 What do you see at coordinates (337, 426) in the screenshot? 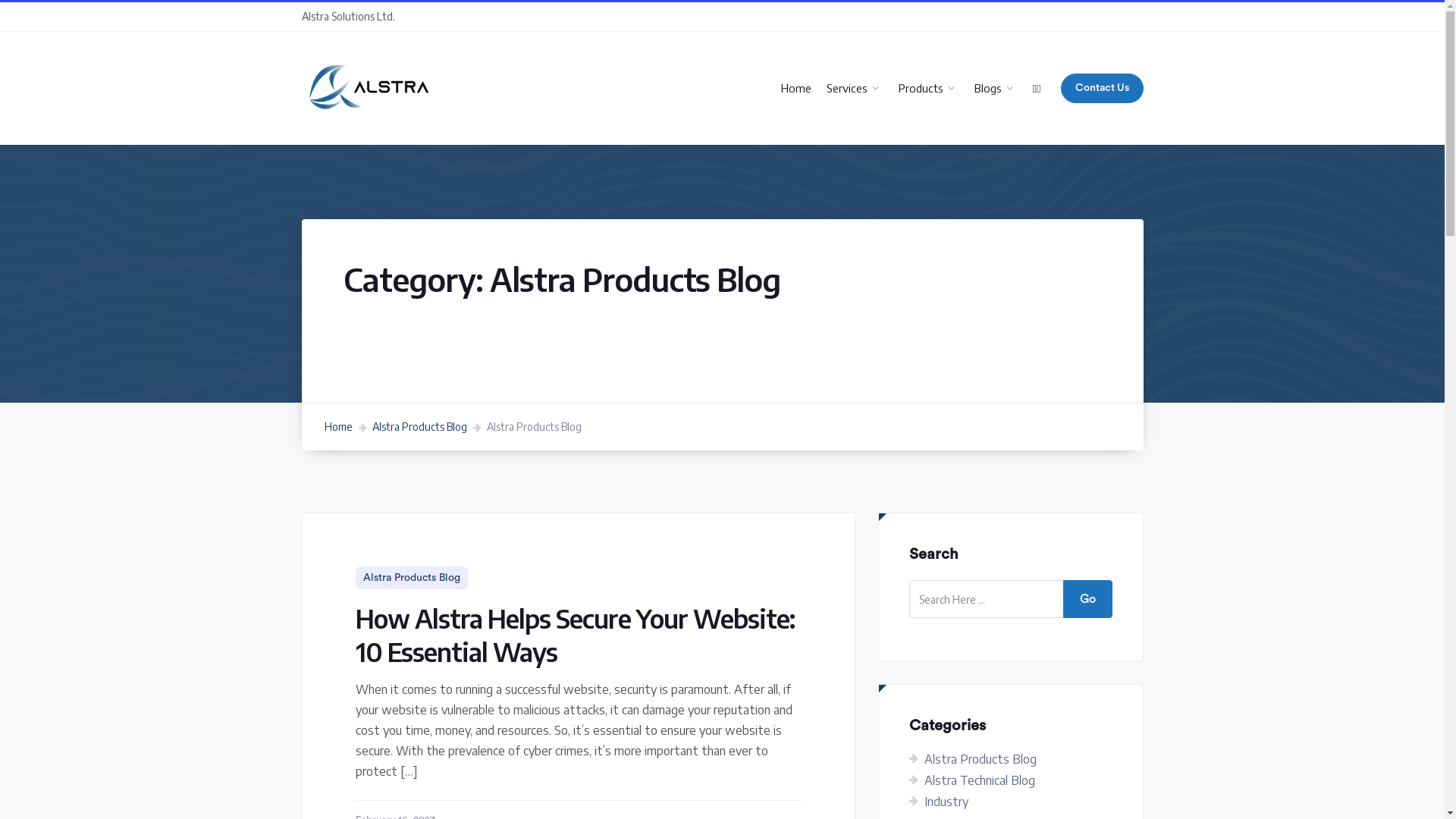
I see `'Home'` at bounding box center [337, 426].